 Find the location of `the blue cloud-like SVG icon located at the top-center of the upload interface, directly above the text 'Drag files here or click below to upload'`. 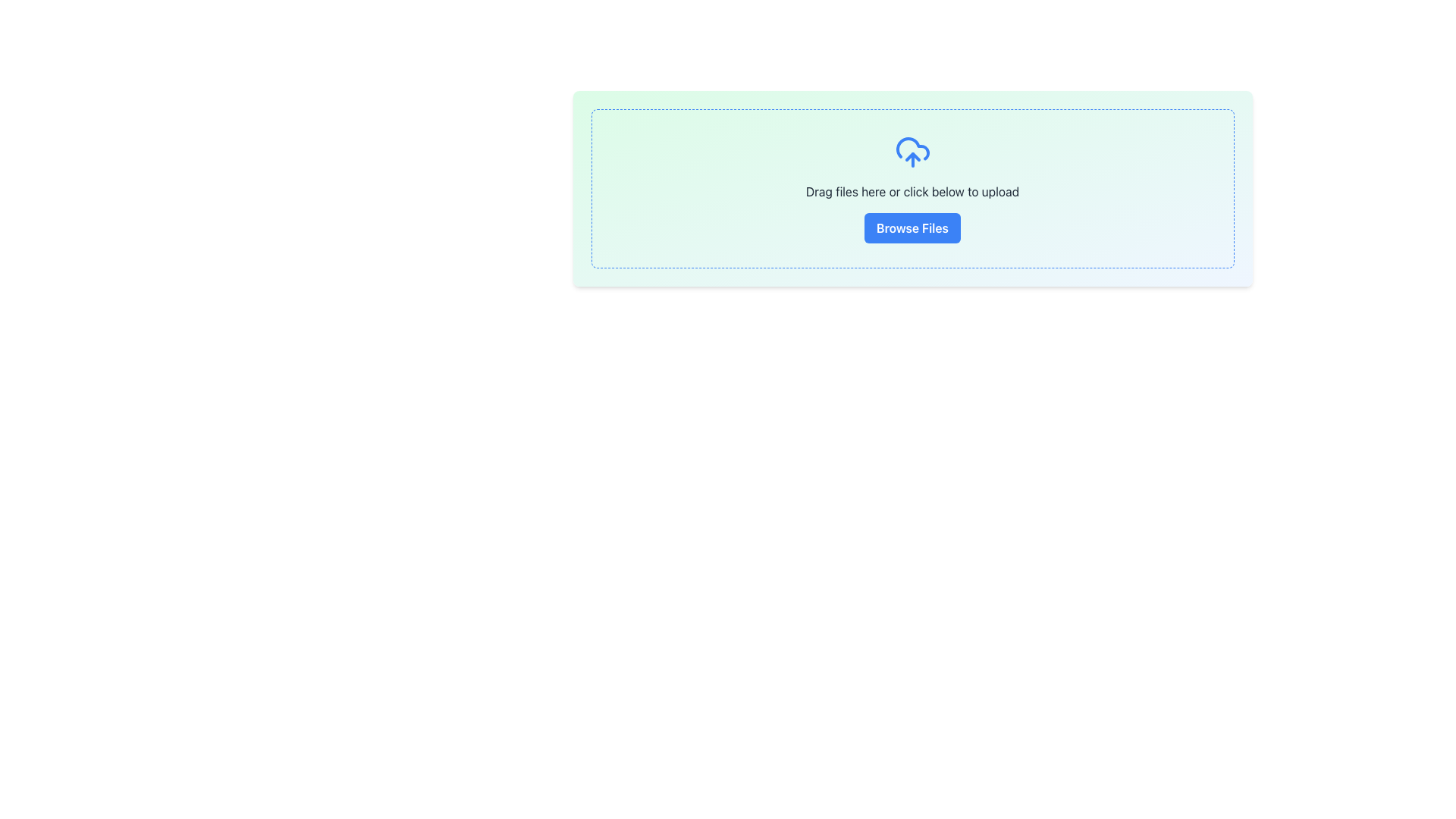

the blue cloud-like SVG icon located at the top-center of the upload interface, directly above the text 'Drag files here or click below to upload' is located at coordinates (912, 149).